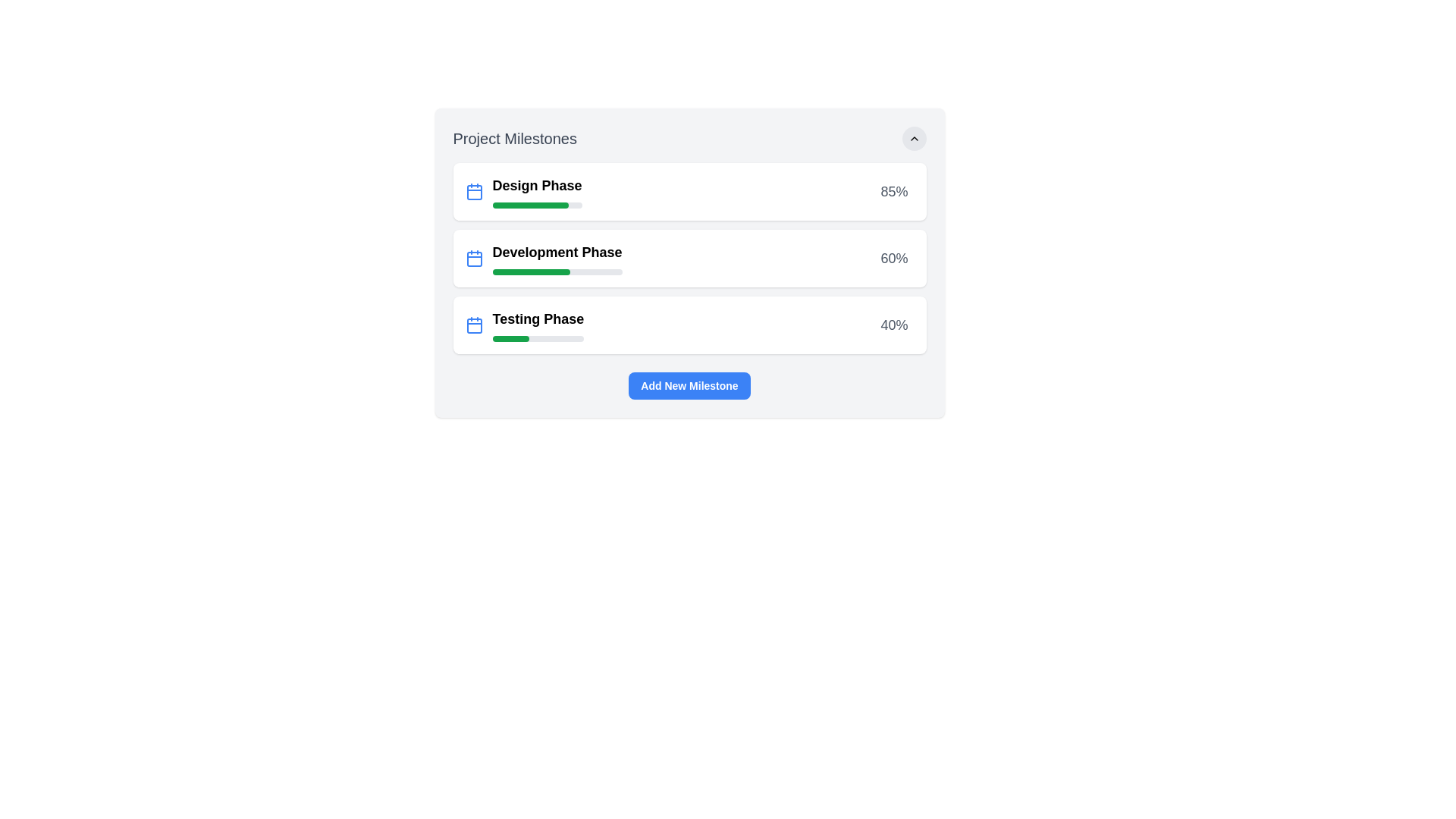 This screenshot has height=819, width=1456. Describe the element at coordinates (531, 271) in the screenshot. I see `the horizontal green progress bar located within the gray track in the 'Development Phase' milestone card` at that location.